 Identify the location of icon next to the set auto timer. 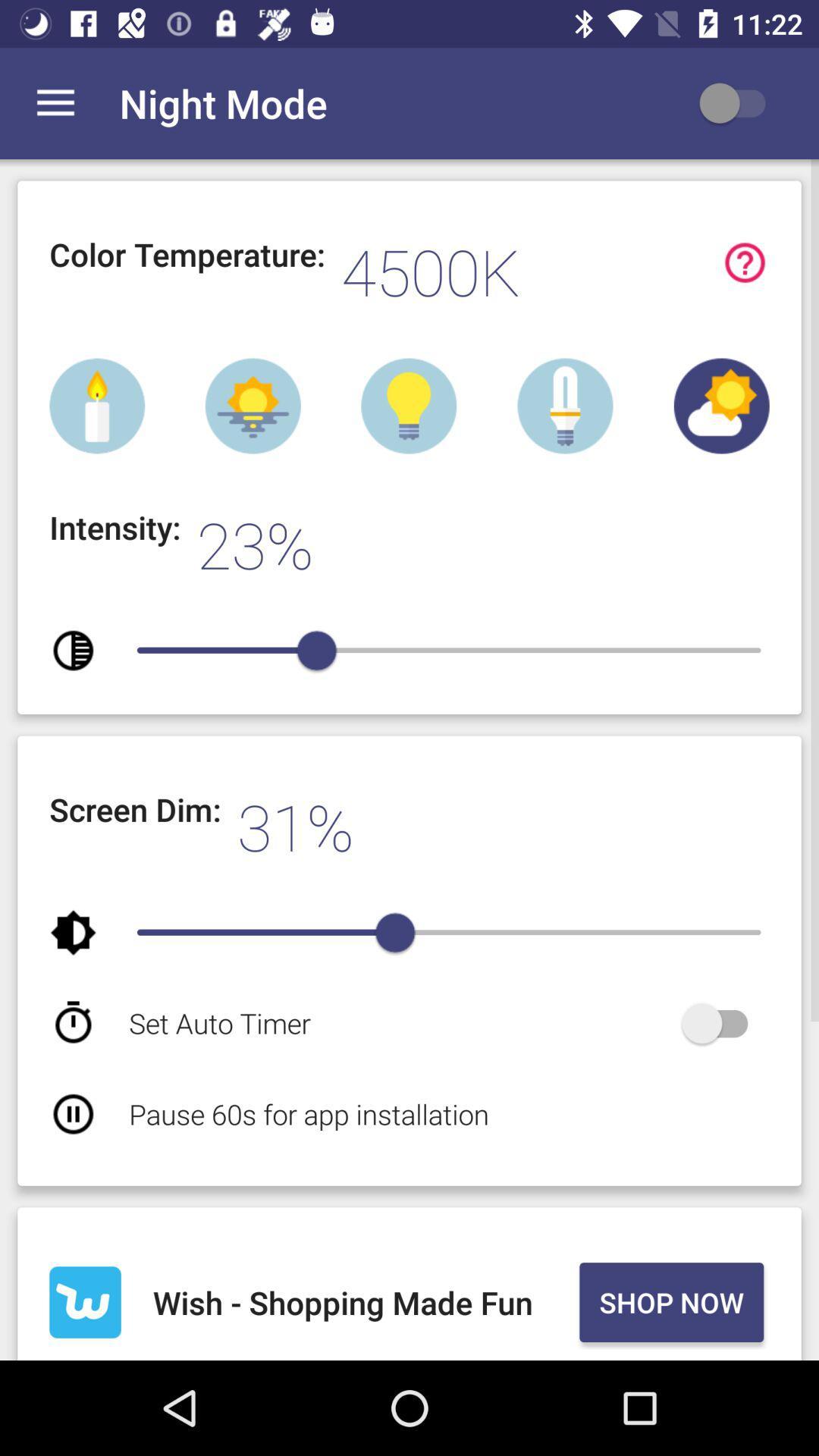
(721, 1023).